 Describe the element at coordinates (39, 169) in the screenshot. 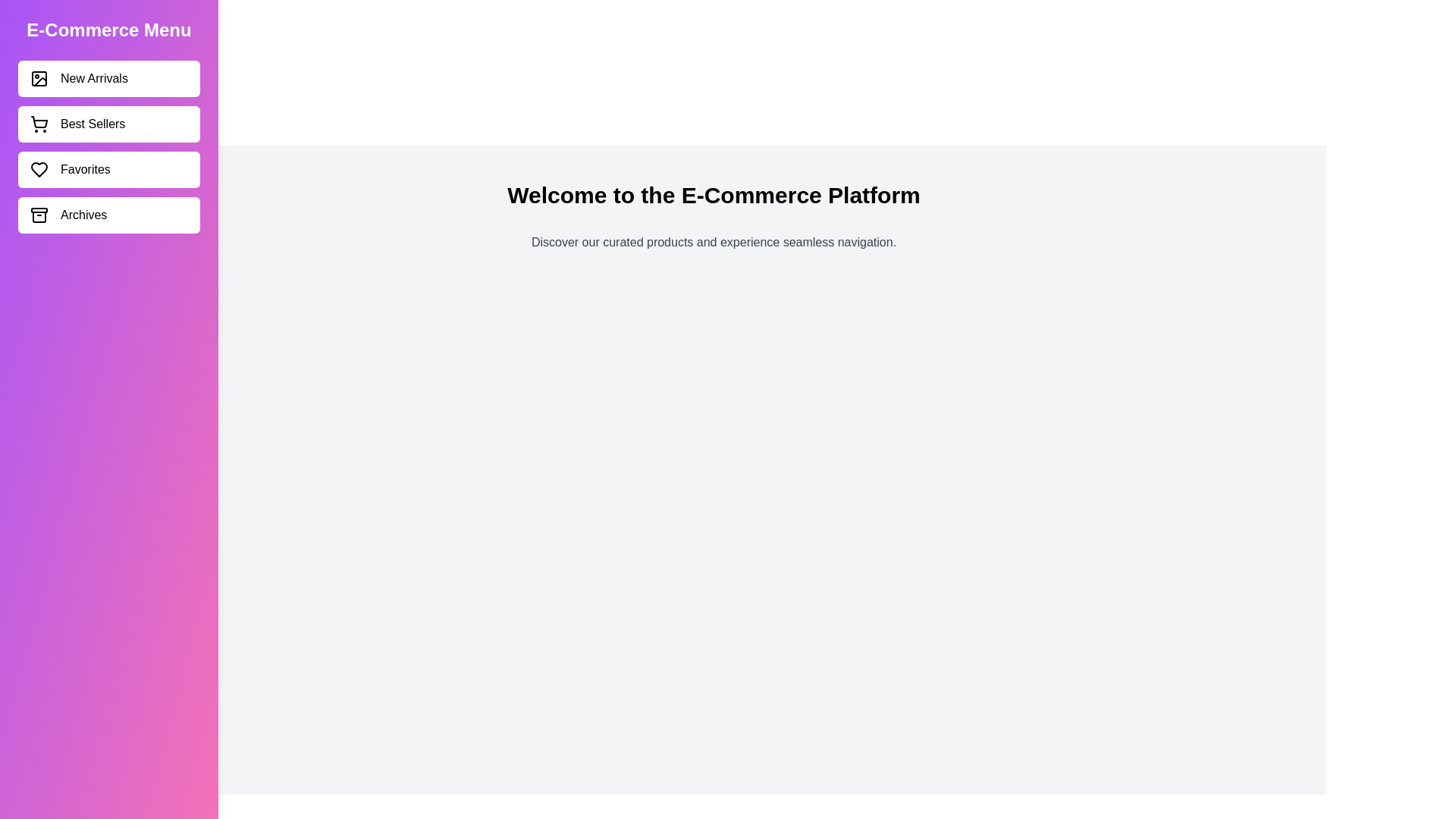

I see `the icon corresponding to Favorites in the sidebar` at that location.